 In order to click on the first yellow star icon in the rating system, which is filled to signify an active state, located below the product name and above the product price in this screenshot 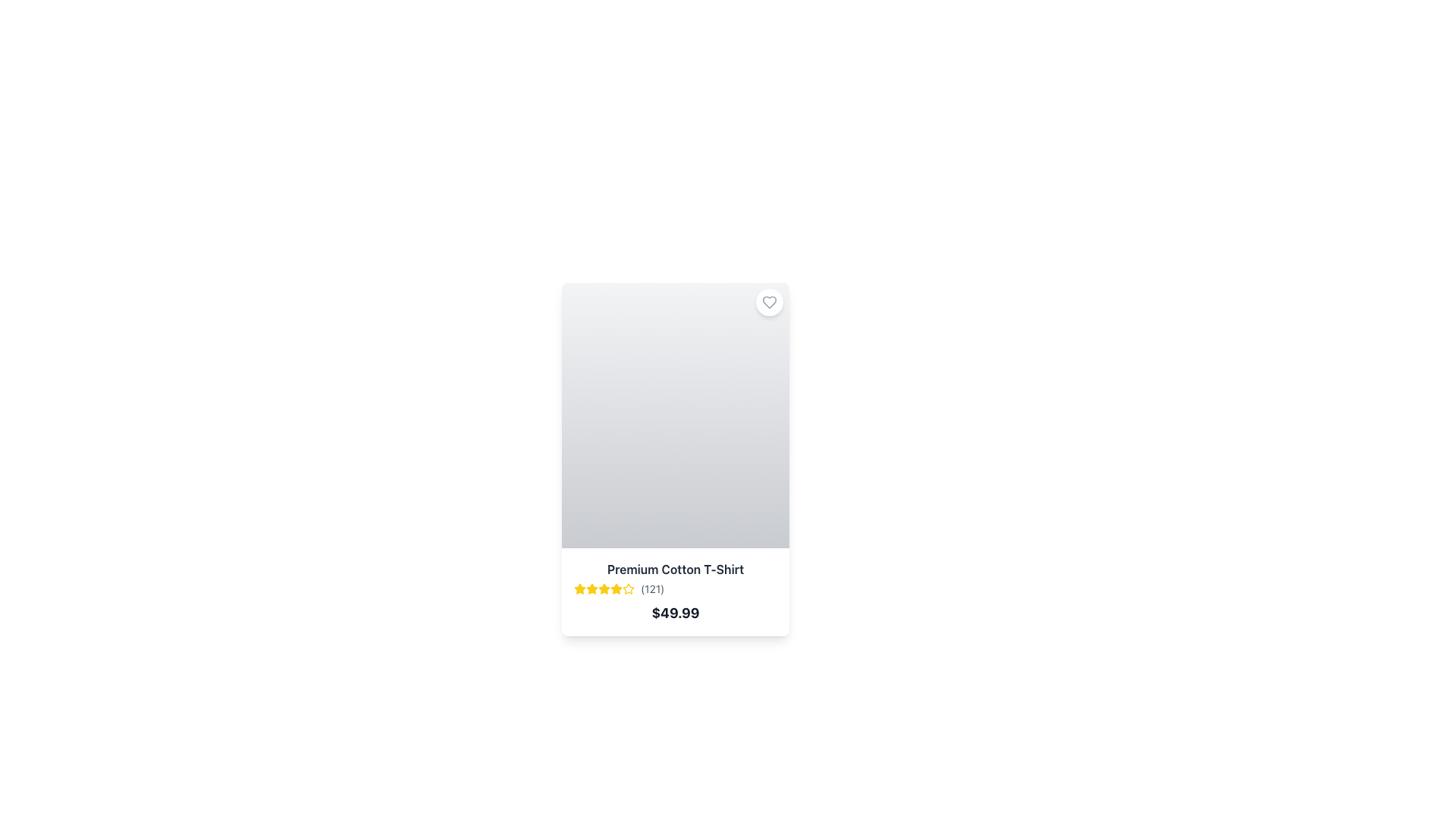, I will do `click(579, 588)`.